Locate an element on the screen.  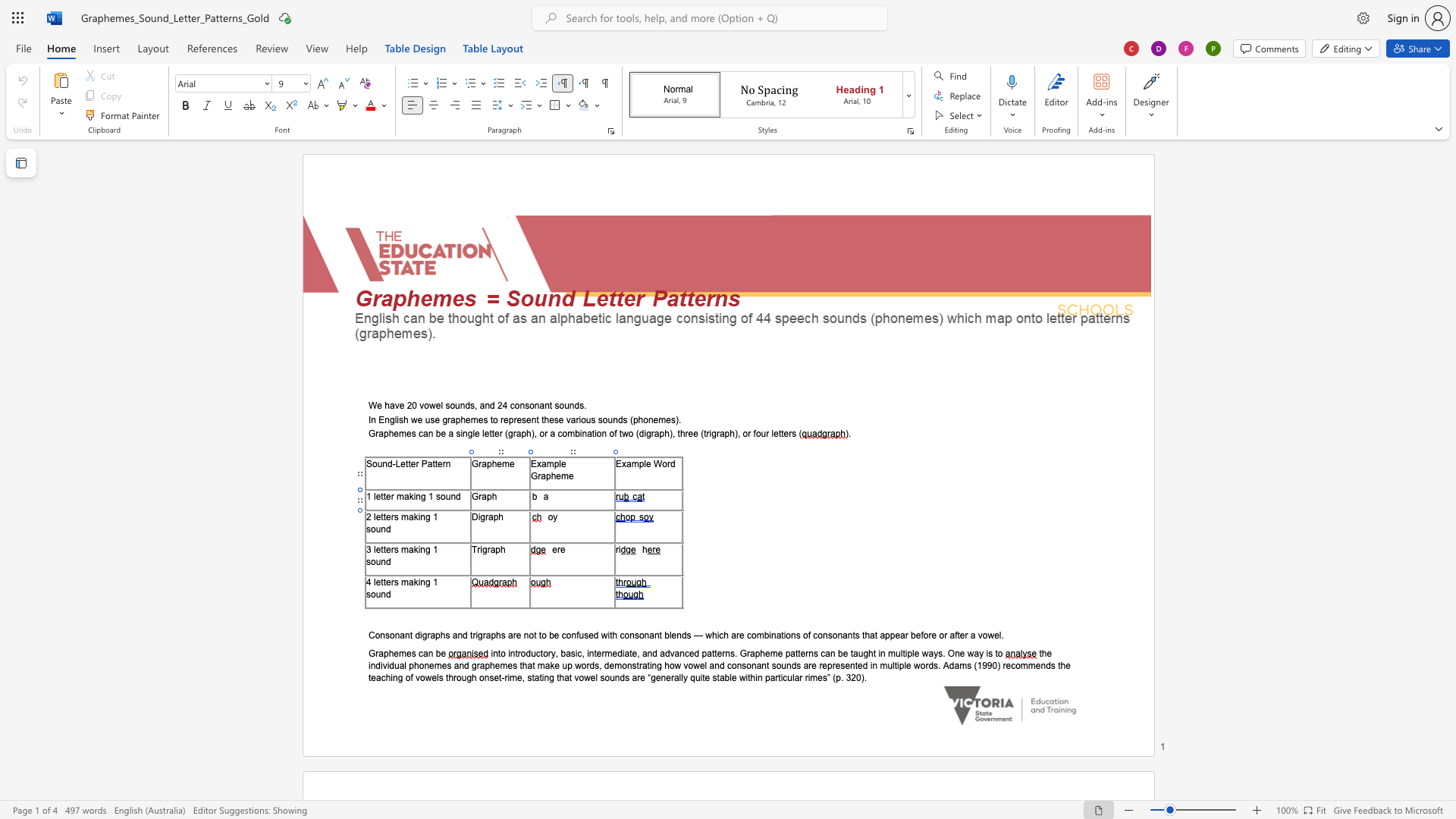
the 1th character "i" in the text is located at coordinates (419, 516).